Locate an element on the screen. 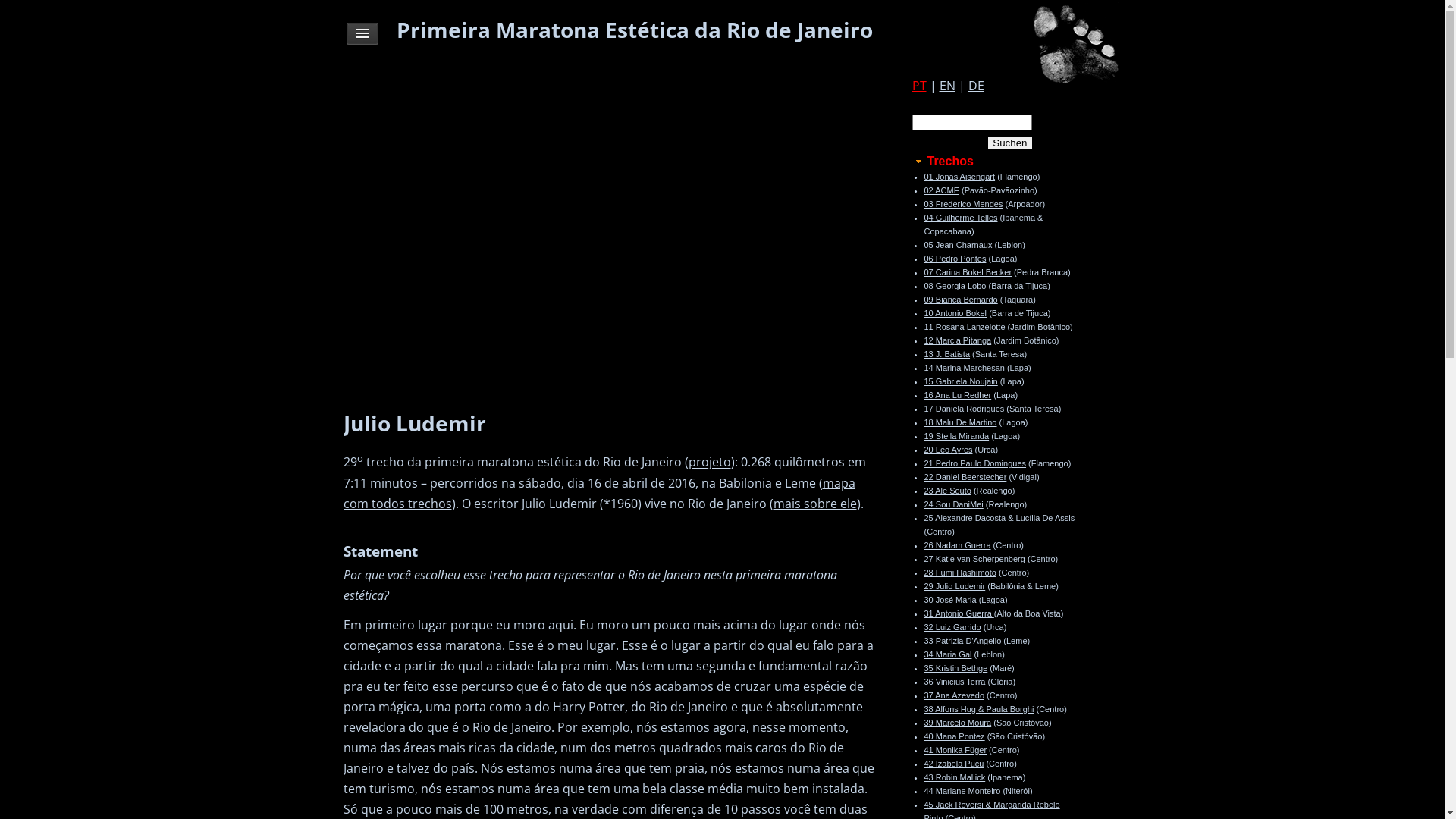 The width and height of the screenshot is (1456, 819). '35 Kristin Bethge' is located at coordinates (954, 667).